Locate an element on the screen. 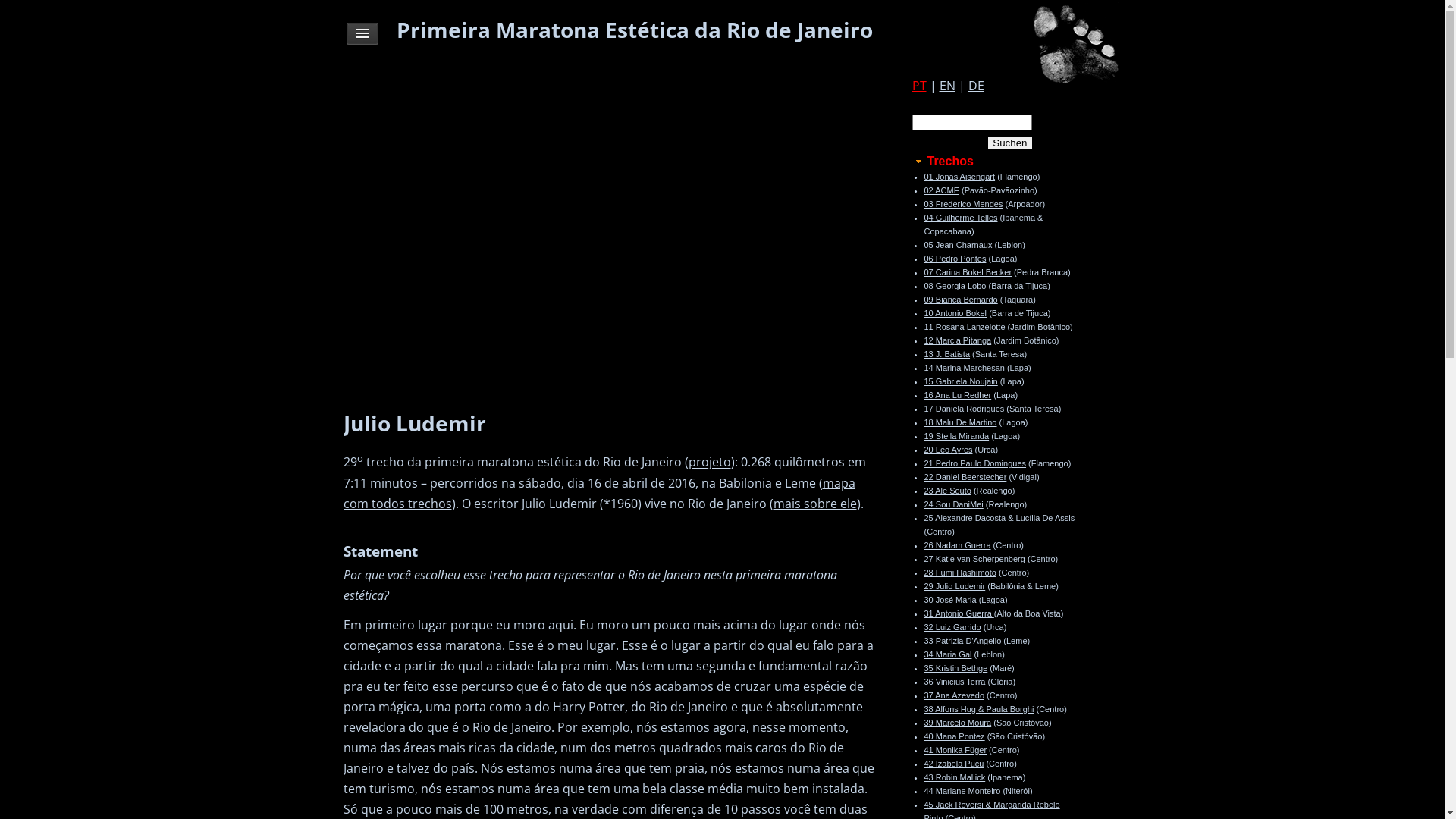 The width and height of the screenshot is (1456, 819). '35 Kristin Bethge' is located at coordinates (954, 667).